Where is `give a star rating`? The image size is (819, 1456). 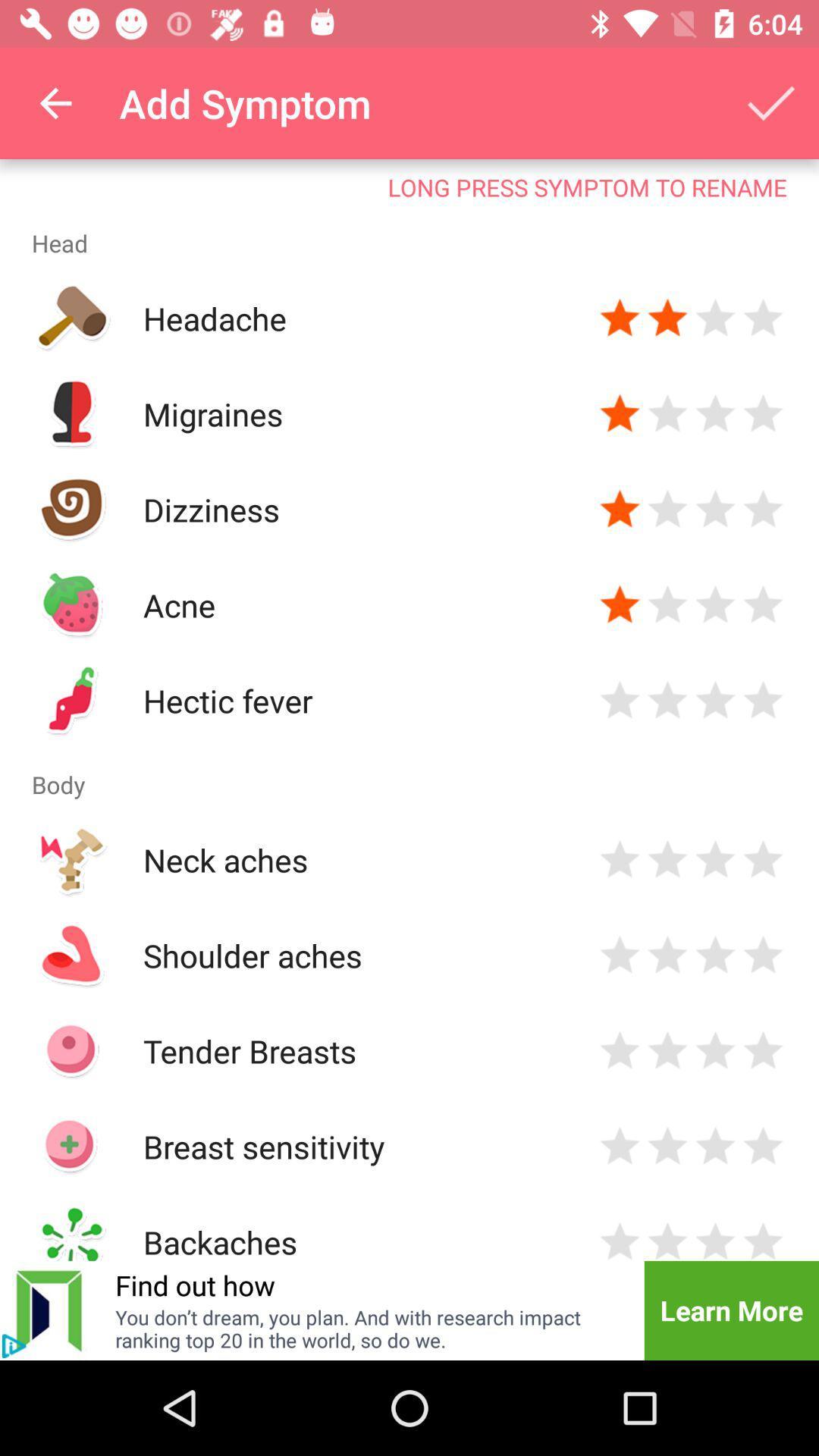 give a star rating is located at coordinates (667, 859).